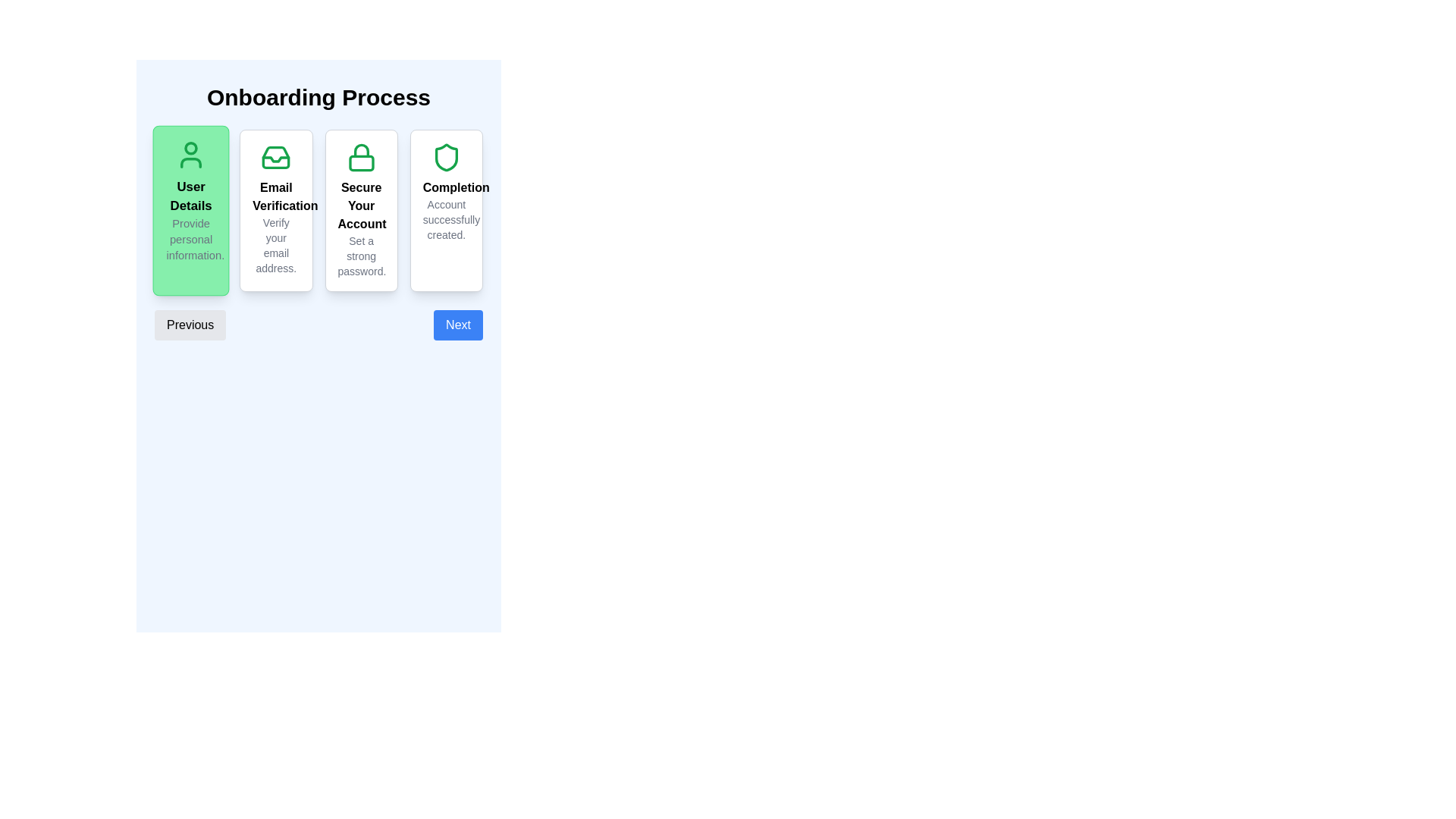 The width and height of the screenshot is (1456, 819). I want to click on details displayed on the Informational Card that informs the user about securing their account by setting a strong password, which is the third card in a horizontal list of four cards, so click(360, 210).